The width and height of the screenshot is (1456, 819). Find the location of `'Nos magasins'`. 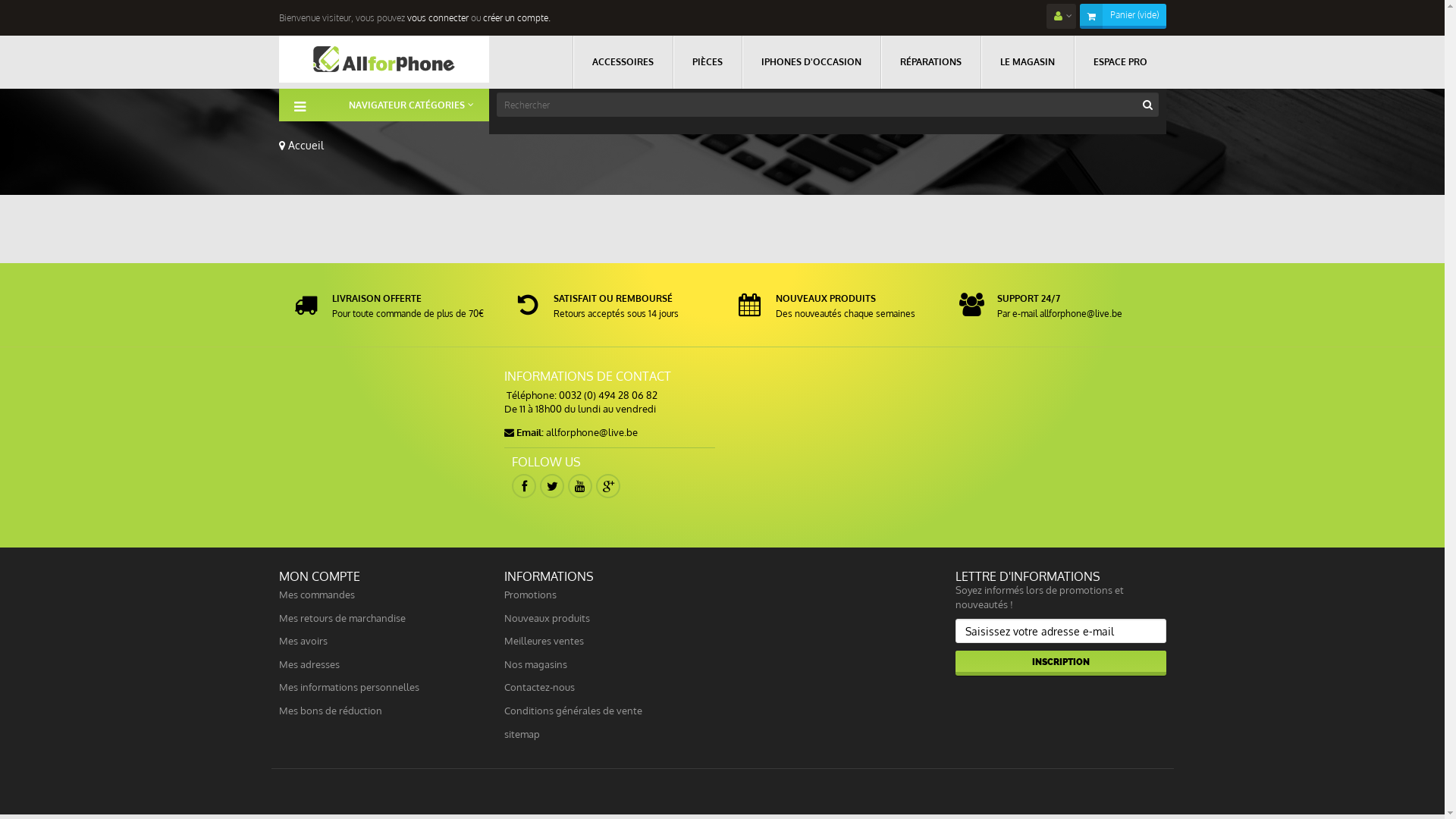

'Nos magasins' is located at coordinates (535, 663).